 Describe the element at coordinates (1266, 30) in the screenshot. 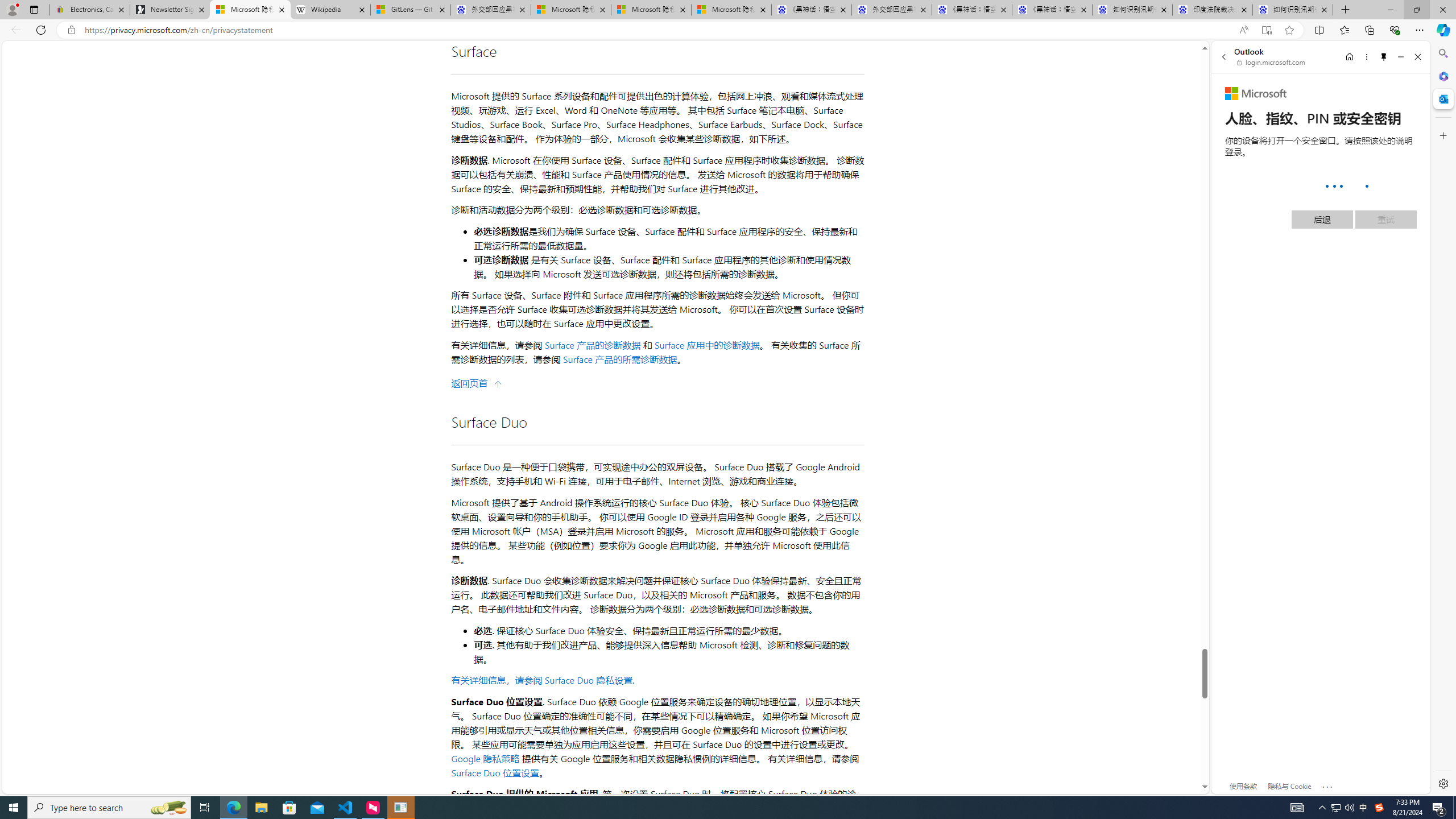

I see `'Enter Immersive Reader (F9)'` at that location.